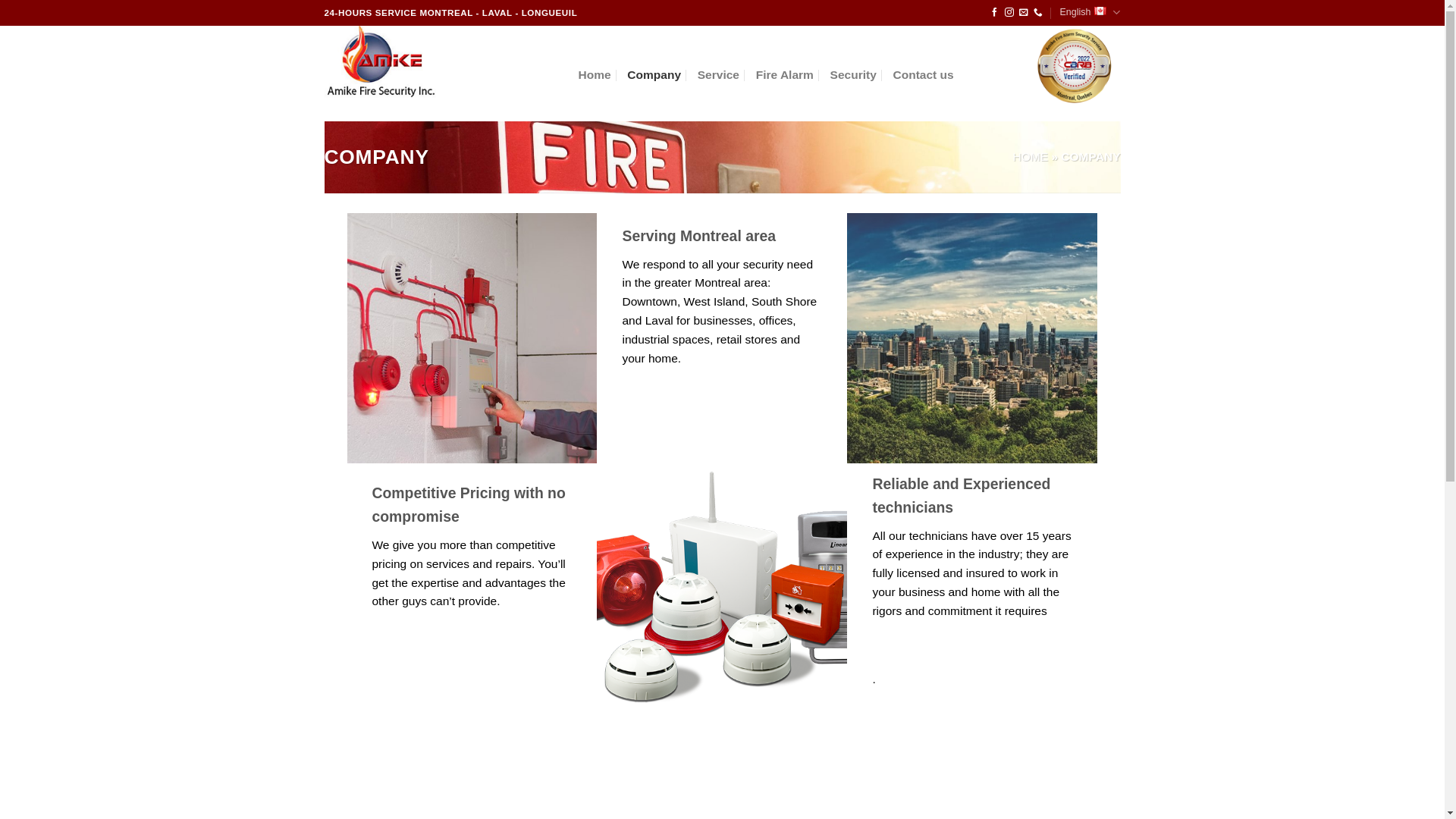 The image size is (1456, 819). What do you see at coordinates (593, 74) in the screenshot?
I see `'Home'` at bounding box center [593, 74].